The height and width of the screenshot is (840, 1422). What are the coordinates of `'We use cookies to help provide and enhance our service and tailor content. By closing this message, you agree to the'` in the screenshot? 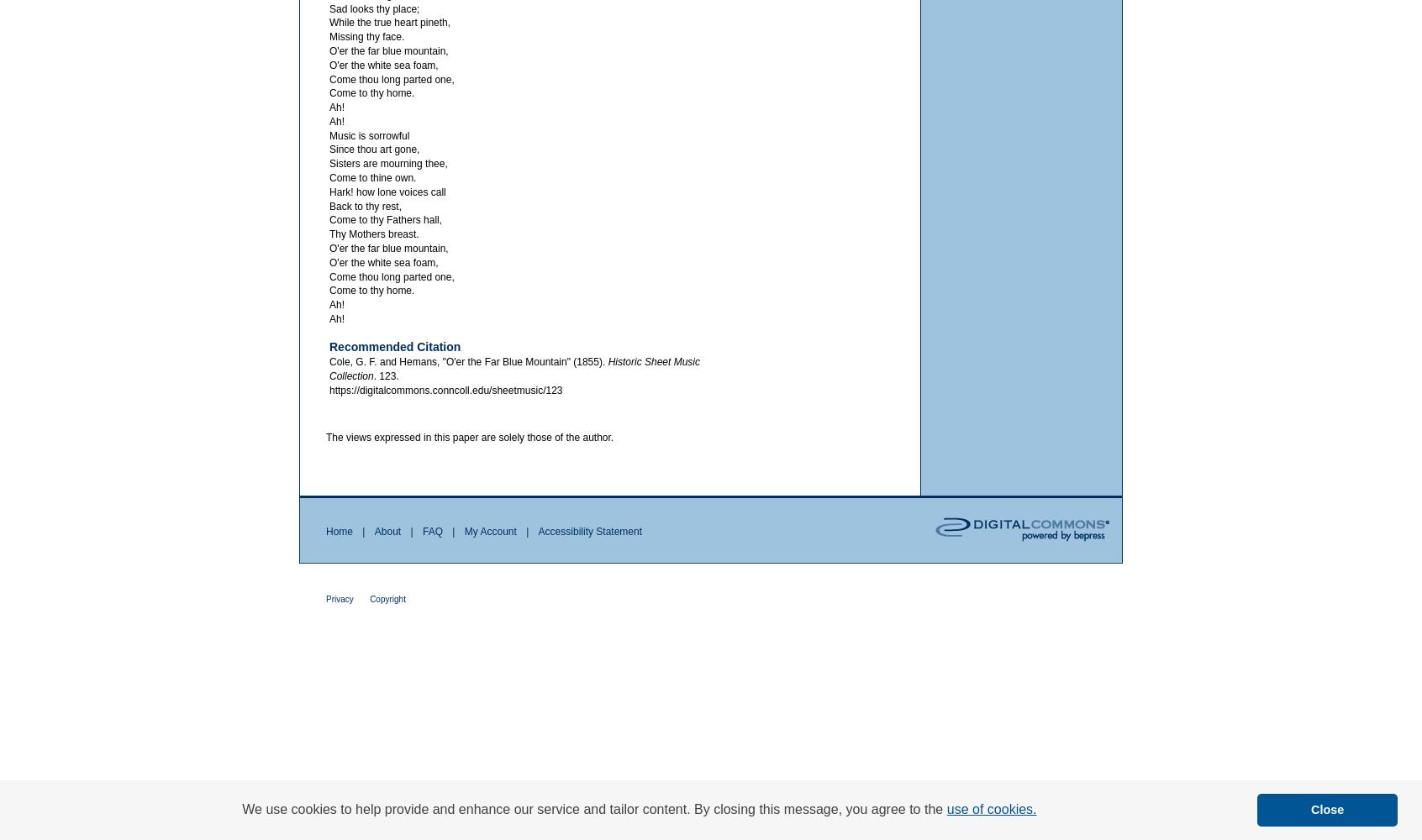 It's located at (592, 808).